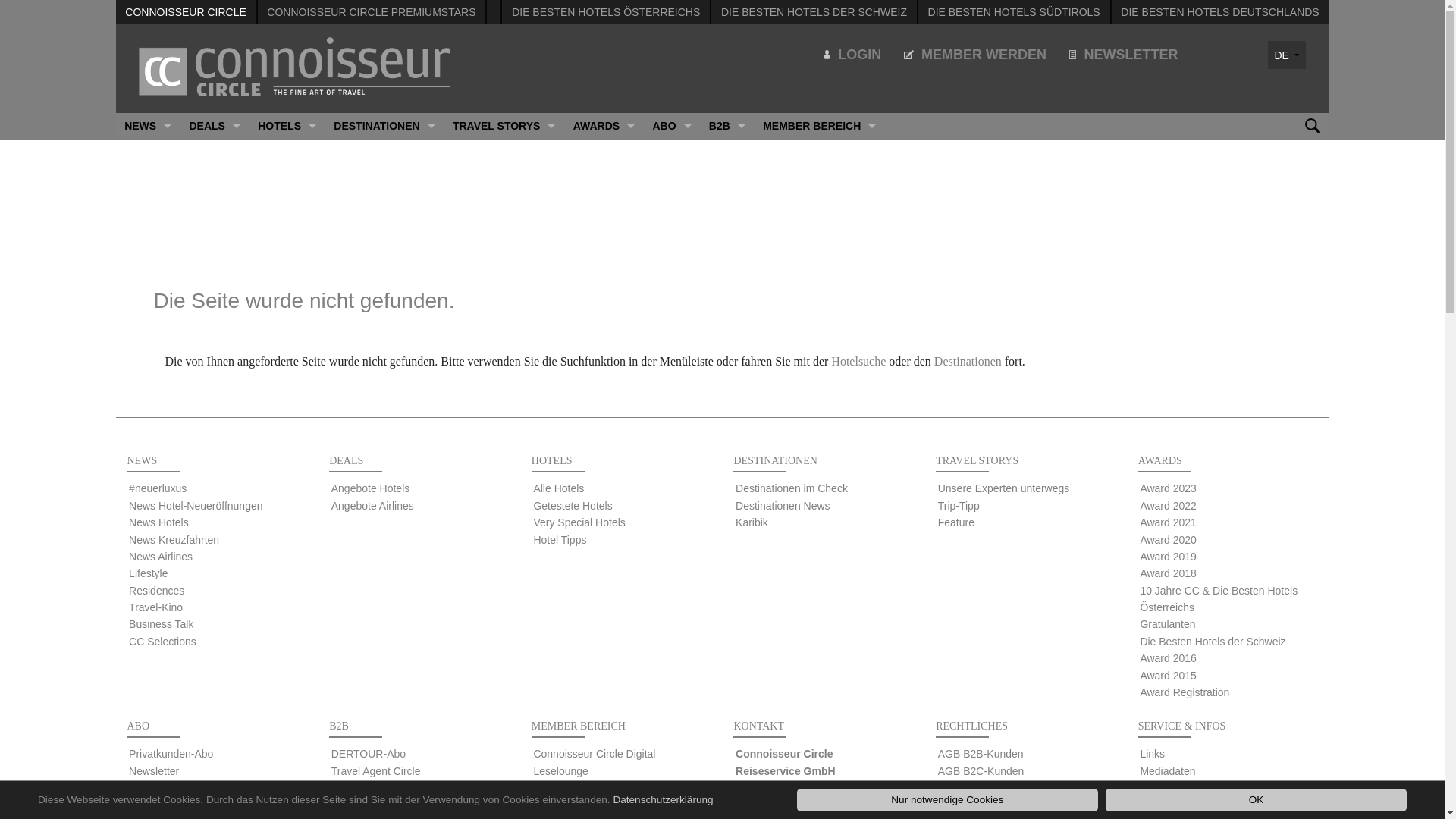 This screenshot has height=819, width=1456. What do you see at coordinates (903, 54) in the screenshot?
I see `'MEMBER WERDEN'` at bounding box center [903, 54].